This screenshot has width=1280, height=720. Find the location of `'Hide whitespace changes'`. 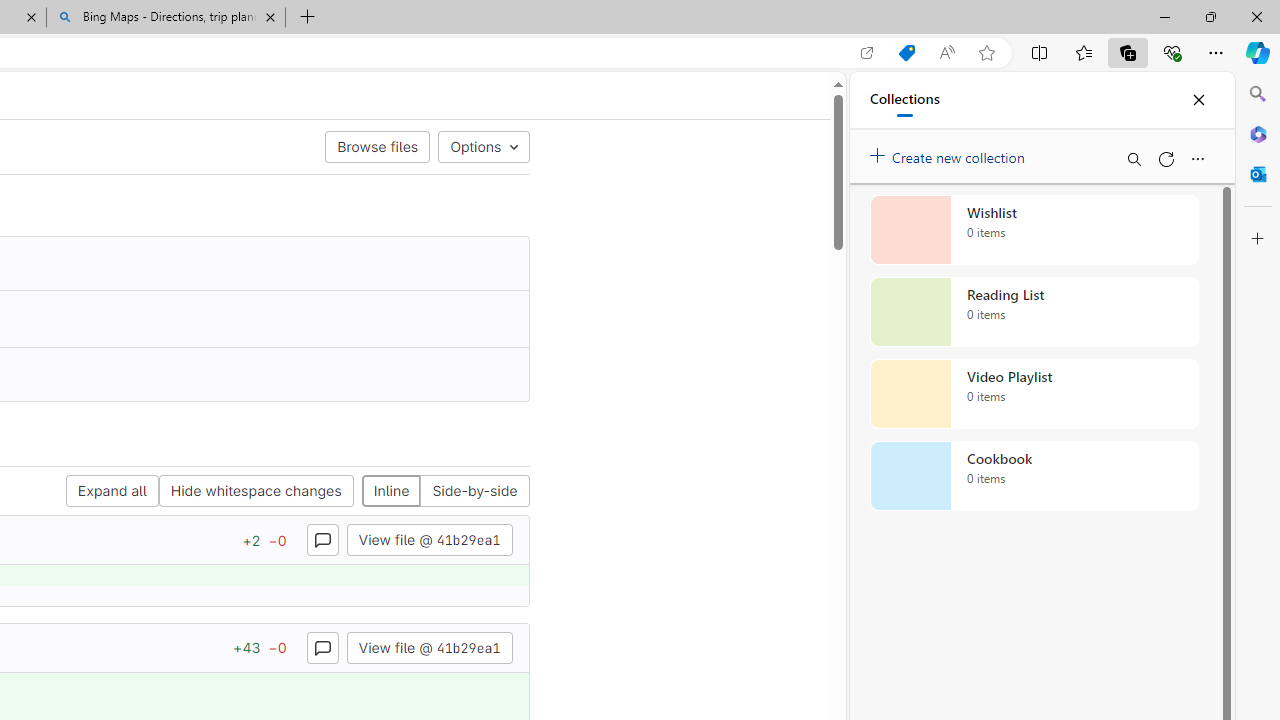

'Hide whitespace changes' is located at coordinates (255, 491).